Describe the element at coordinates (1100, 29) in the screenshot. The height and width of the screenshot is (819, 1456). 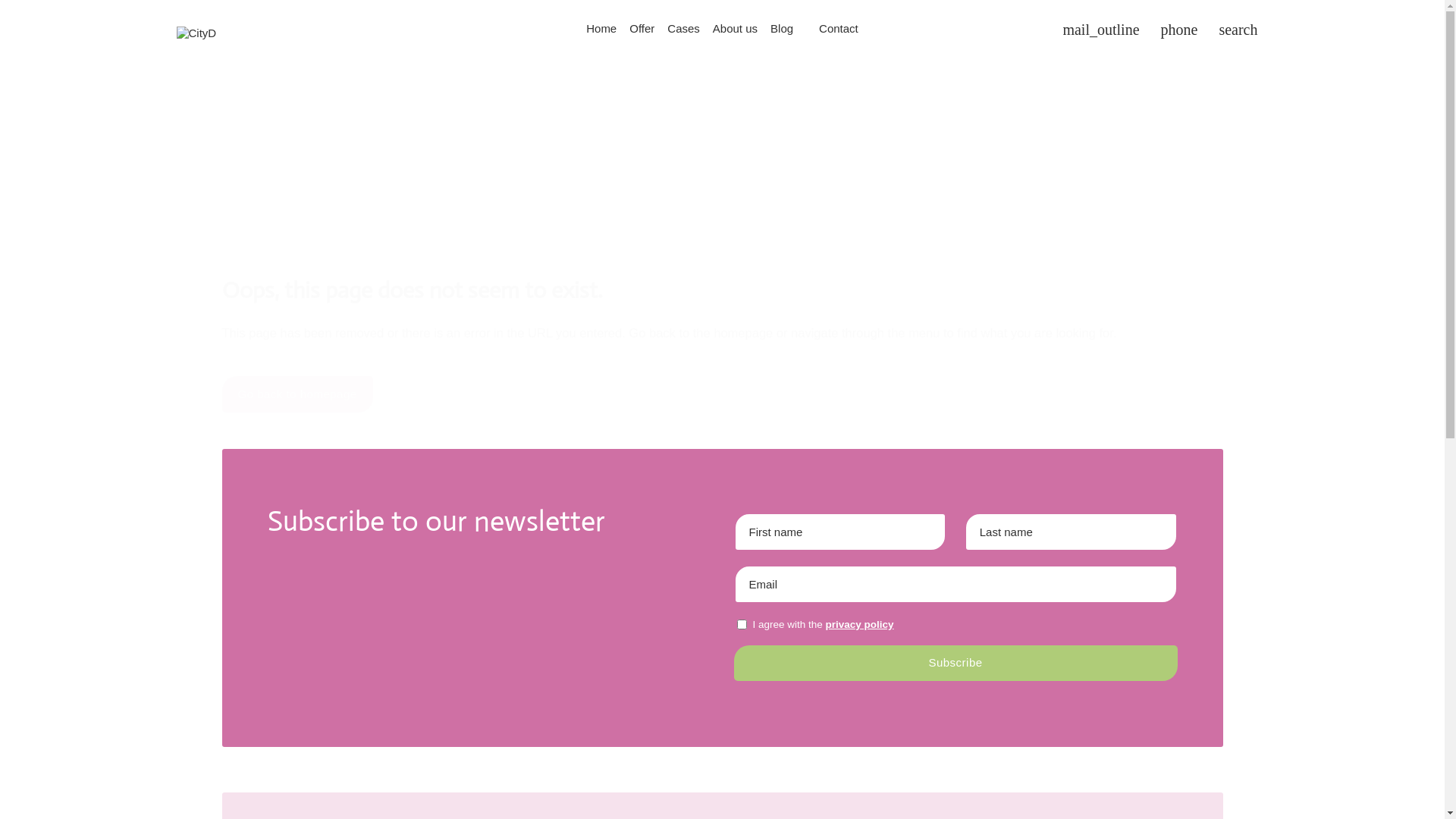
I see `'mail_outline'` at that location.